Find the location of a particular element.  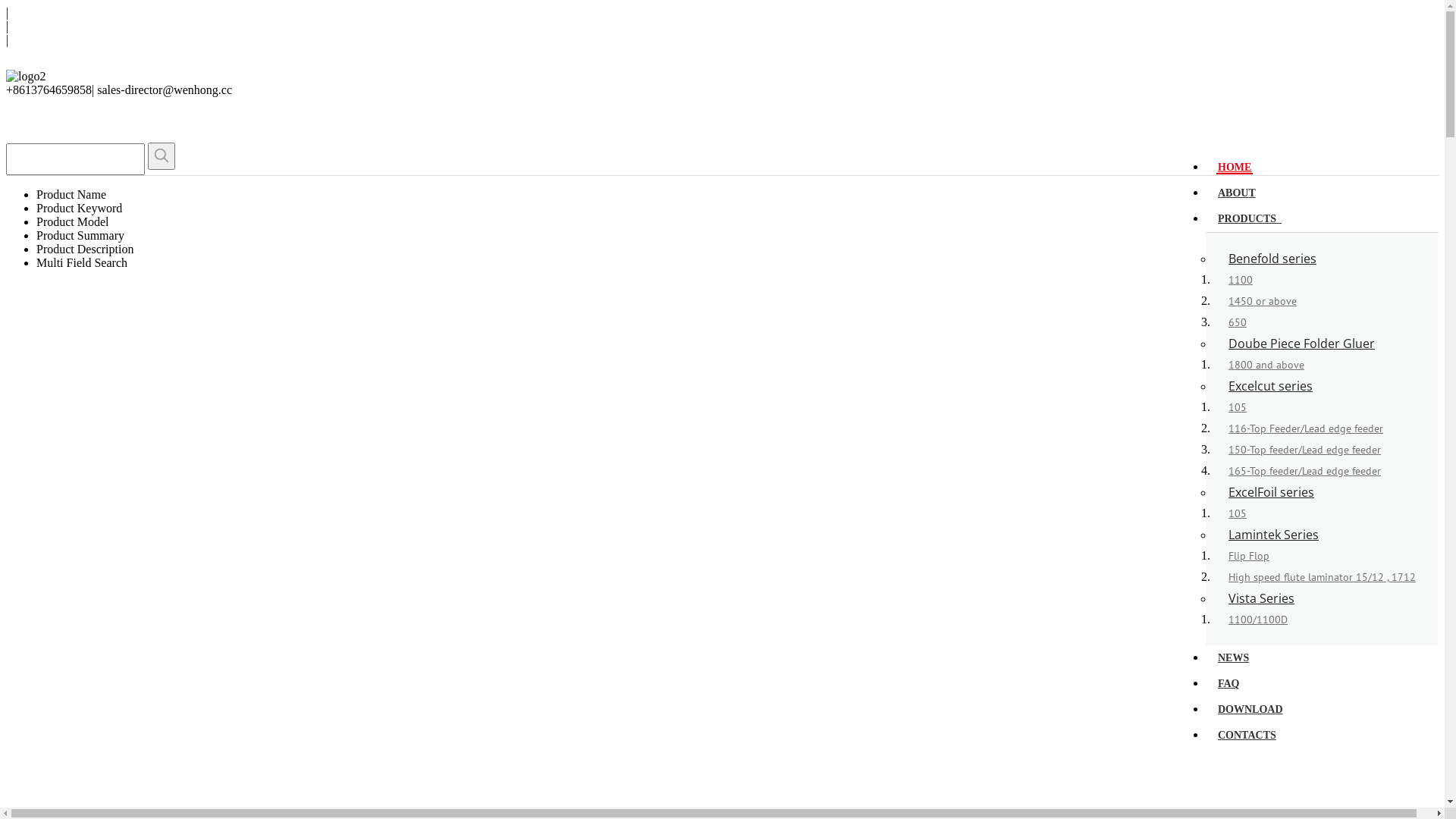

'HOME' is located at coordinates (1216, 166).